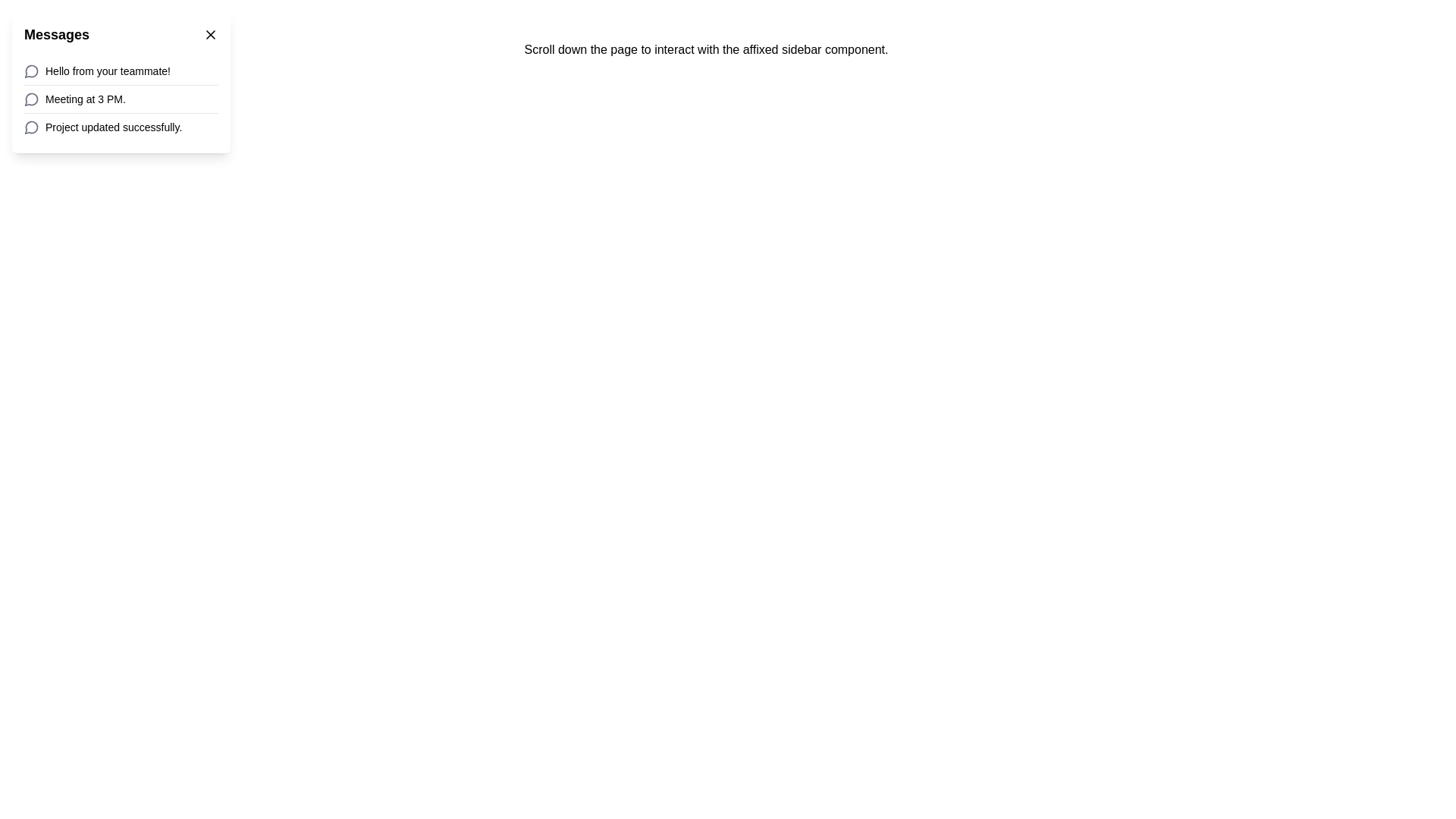 This screenshot has height=819, width=1456. What do you see at coordinates (120, 71) in the screenshot?
I see `the Notification Message displaying 'Hello from your teammate!'` at bounding box center [120, 71].